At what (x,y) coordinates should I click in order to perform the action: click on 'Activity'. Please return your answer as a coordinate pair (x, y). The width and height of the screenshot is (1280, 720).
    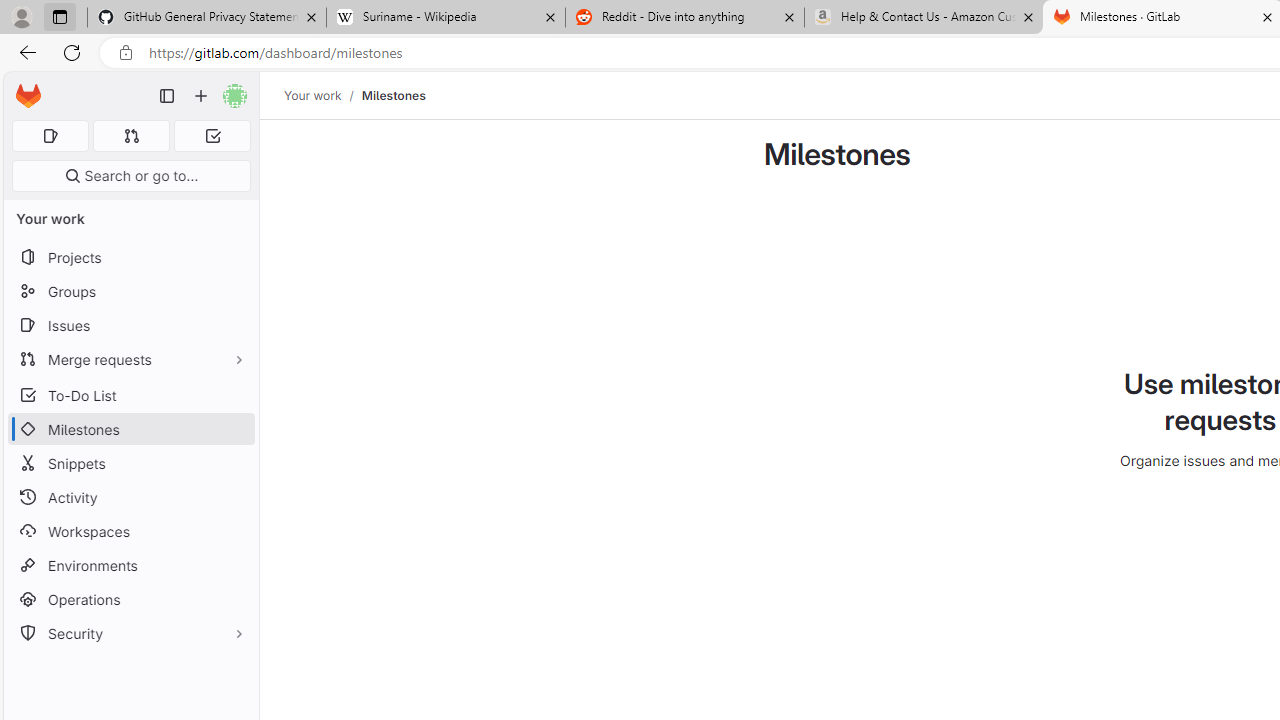
    Looking at the image, I should click on (130, 496).